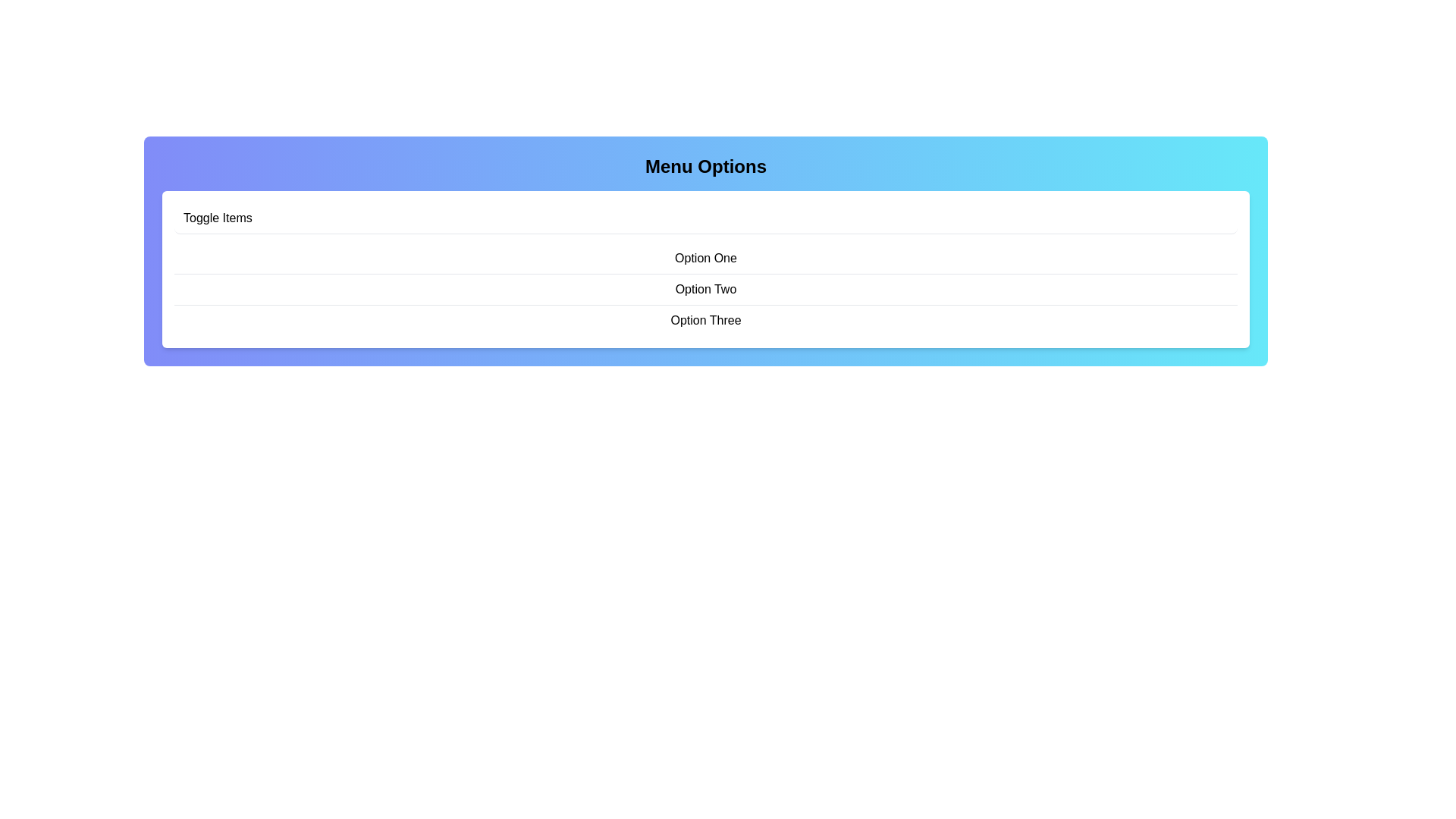 This screenshot has width=1456, height=819. What do you see at coordinates (705, 257) in the screenshot?
I see `the menu item Option One to highlight it` at bounding box center [705, 257].